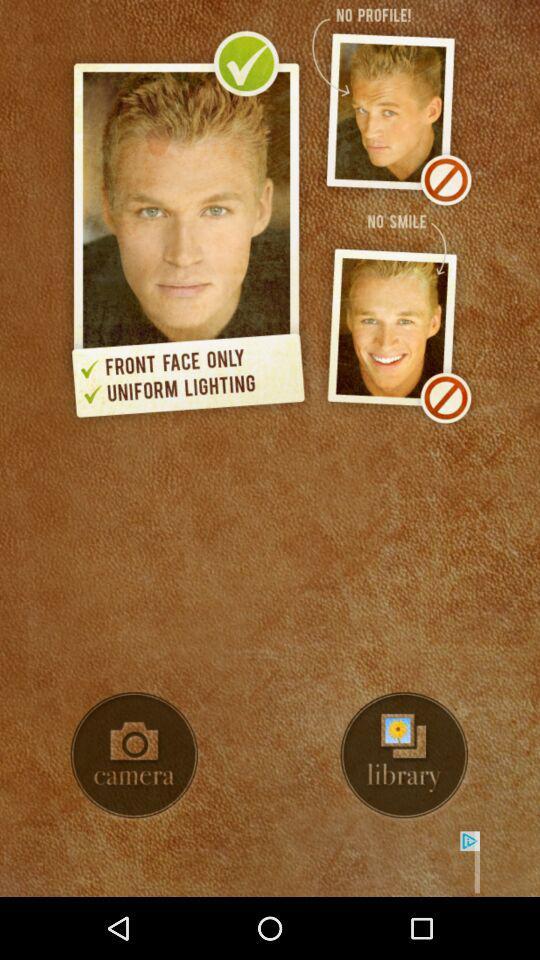  Describe the element at coordinates (270, 863) in the screenshot. I see `item at the bottom` at that location.